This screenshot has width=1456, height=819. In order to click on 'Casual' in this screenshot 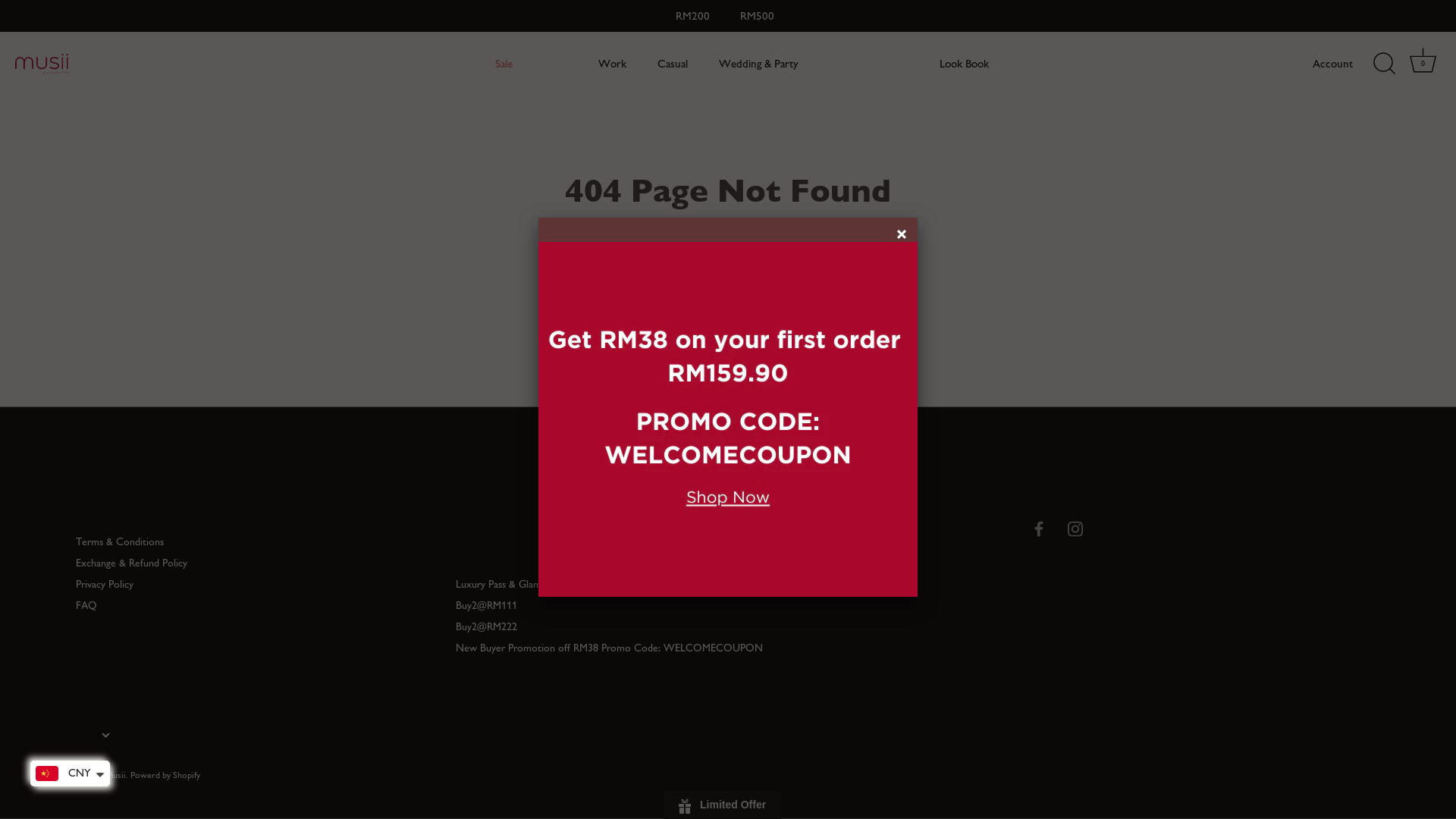, I will do `click(644, 63)`.